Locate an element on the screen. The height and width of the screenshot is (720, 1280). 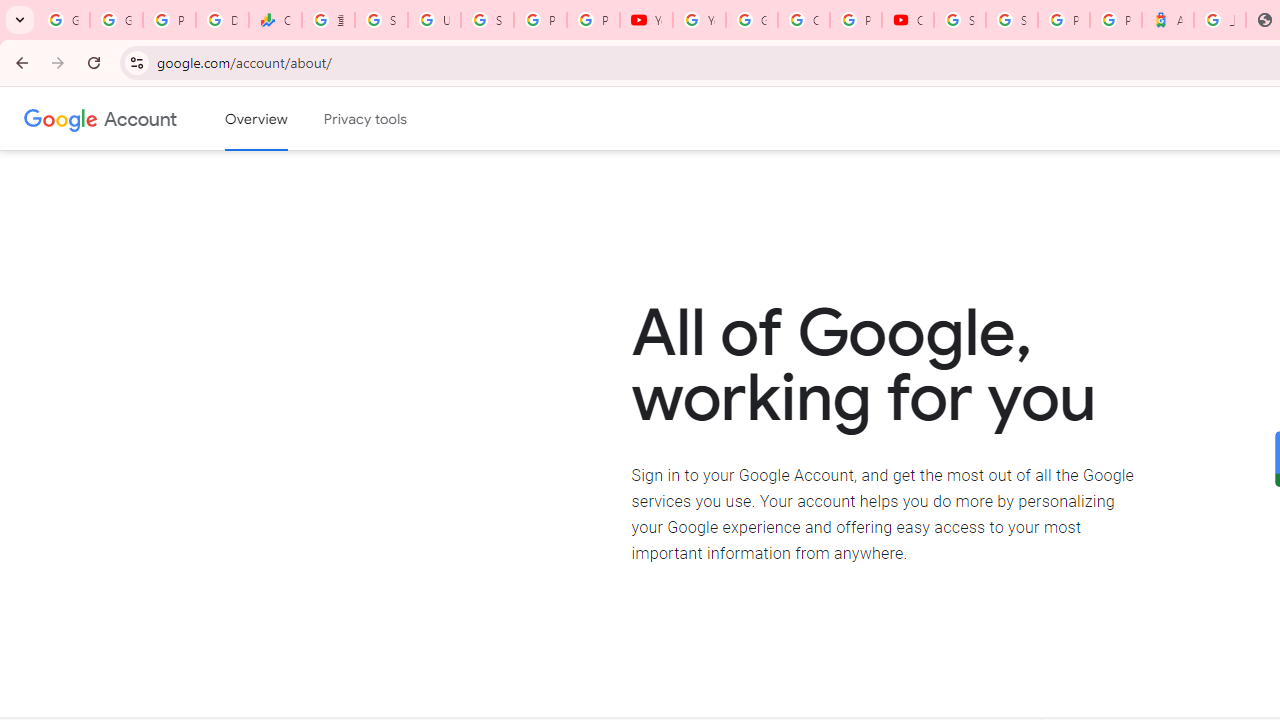
'Google Account overview' is located at coordinates (255, 119).